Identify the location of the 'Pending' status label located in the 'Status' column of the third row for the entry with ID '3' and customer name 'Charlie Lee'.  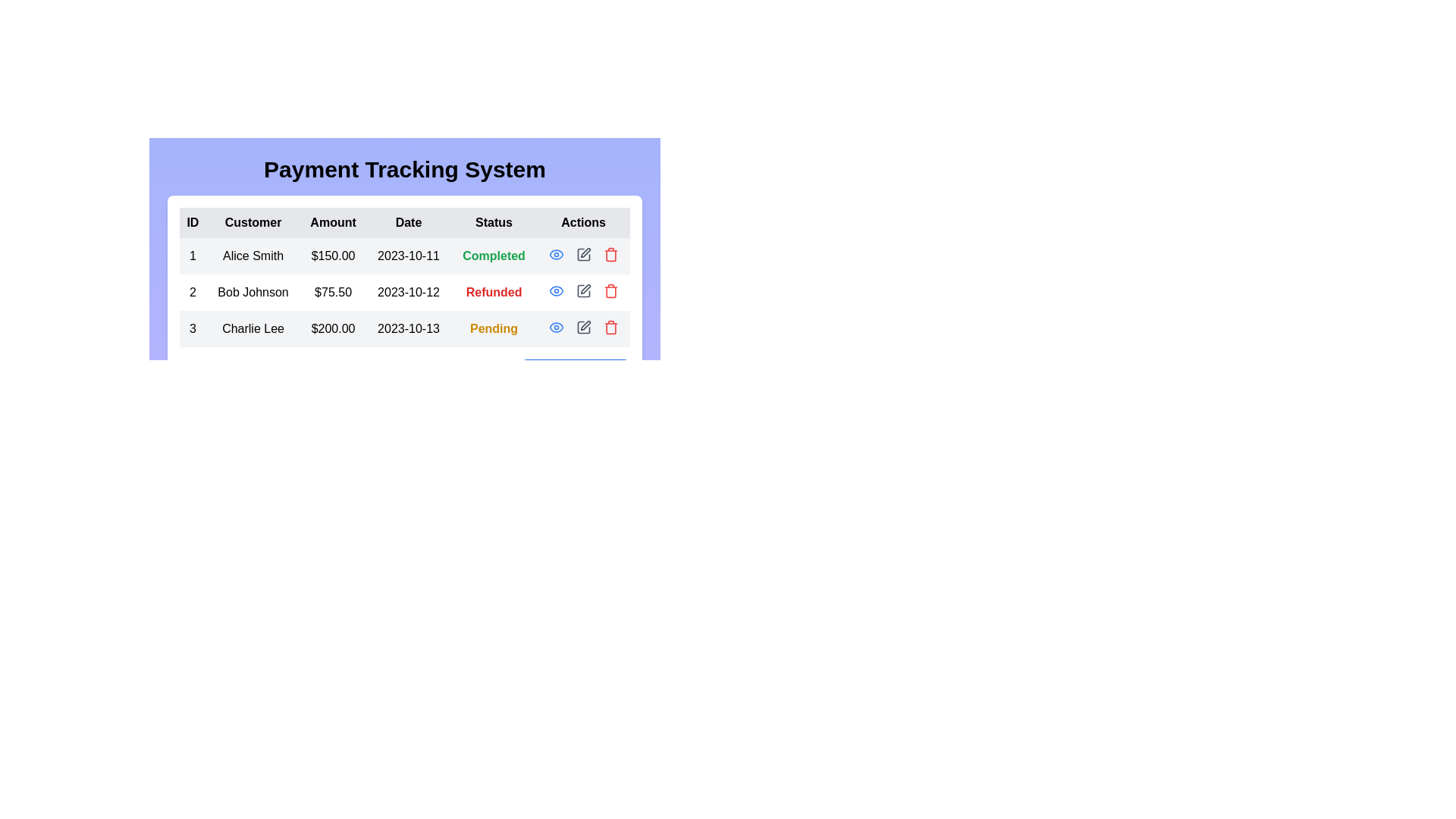
(494, 328).